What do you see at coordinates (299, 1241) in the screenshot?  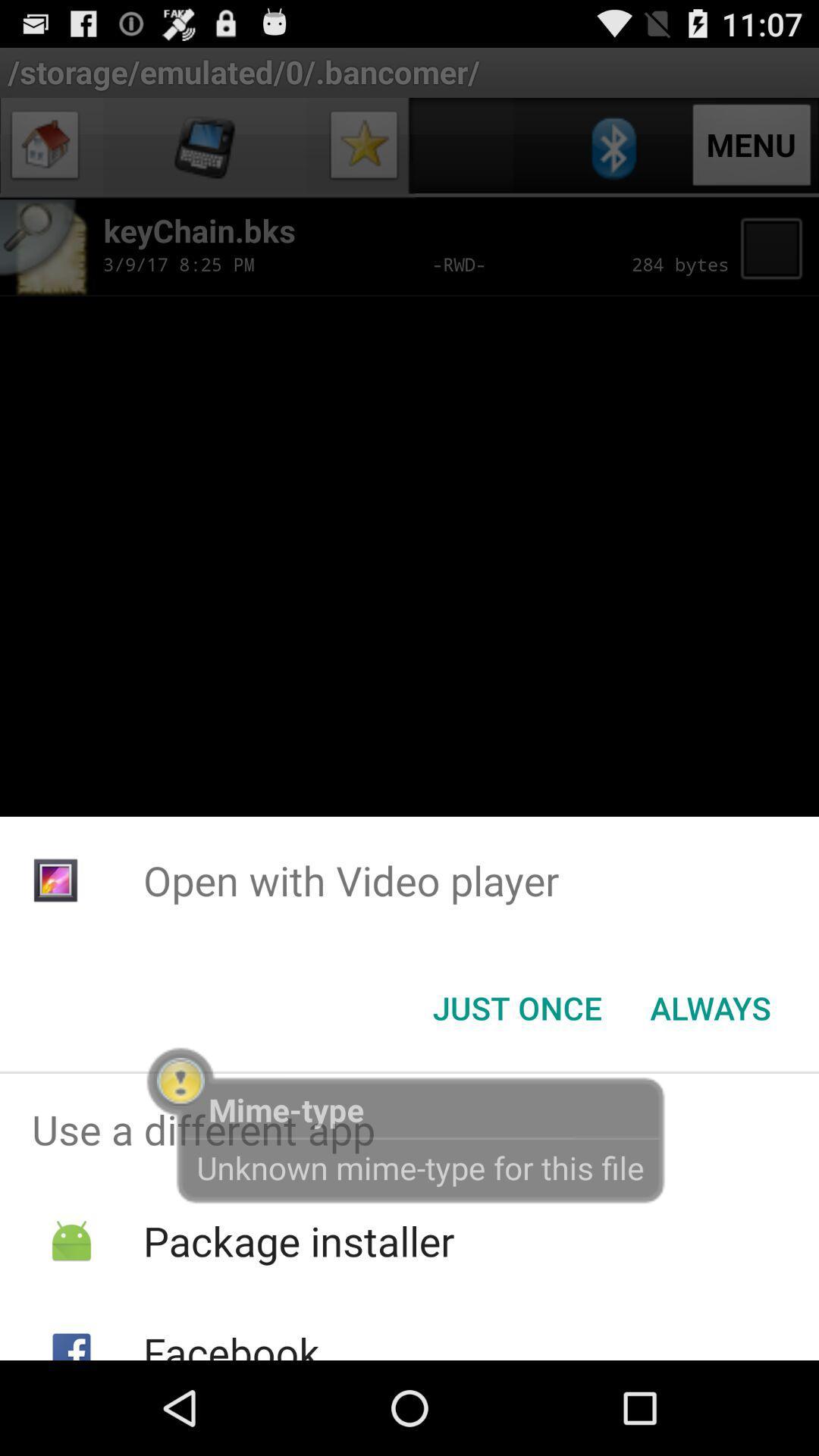 I see `icon above facebook icon` at bounding box center [299, 1241].